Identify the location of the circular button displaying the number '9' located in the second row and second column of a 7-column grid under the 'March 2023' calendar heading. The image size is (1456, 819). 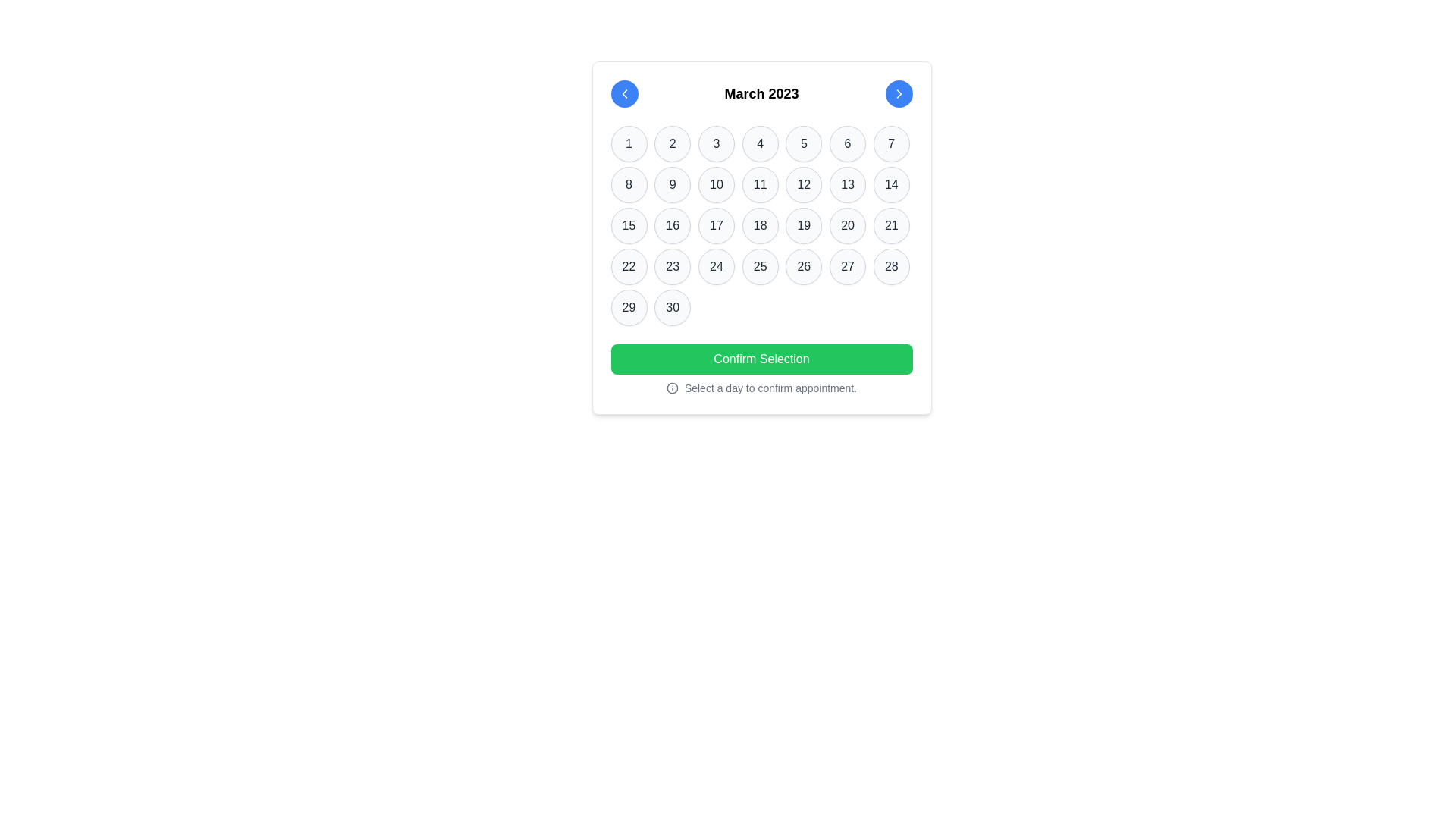
(672, 184).